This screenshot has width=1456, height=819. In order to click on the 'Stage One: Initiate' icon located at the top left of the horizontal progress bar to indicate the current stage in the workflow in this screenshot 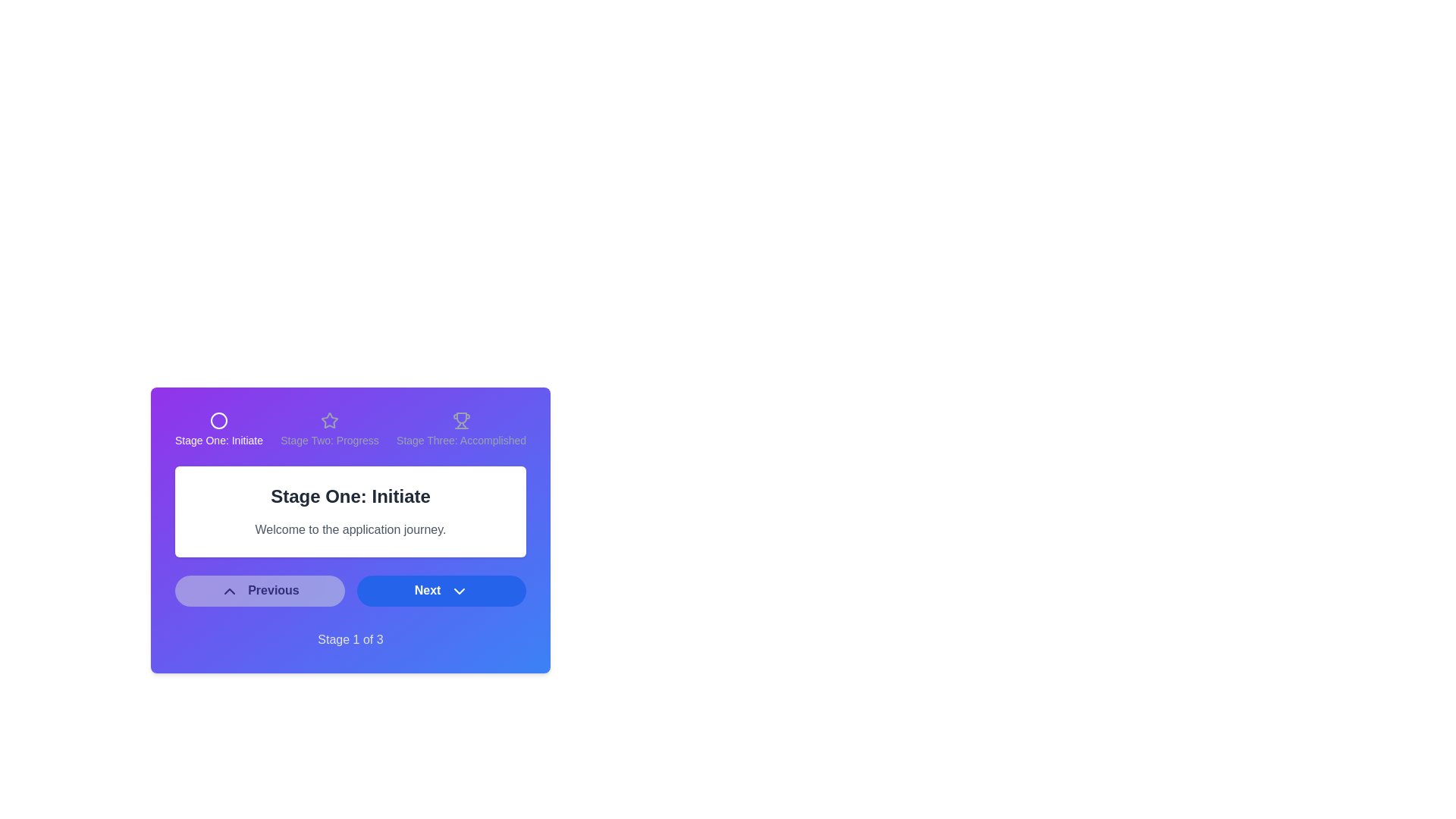, I will do `click(218, 421)`.